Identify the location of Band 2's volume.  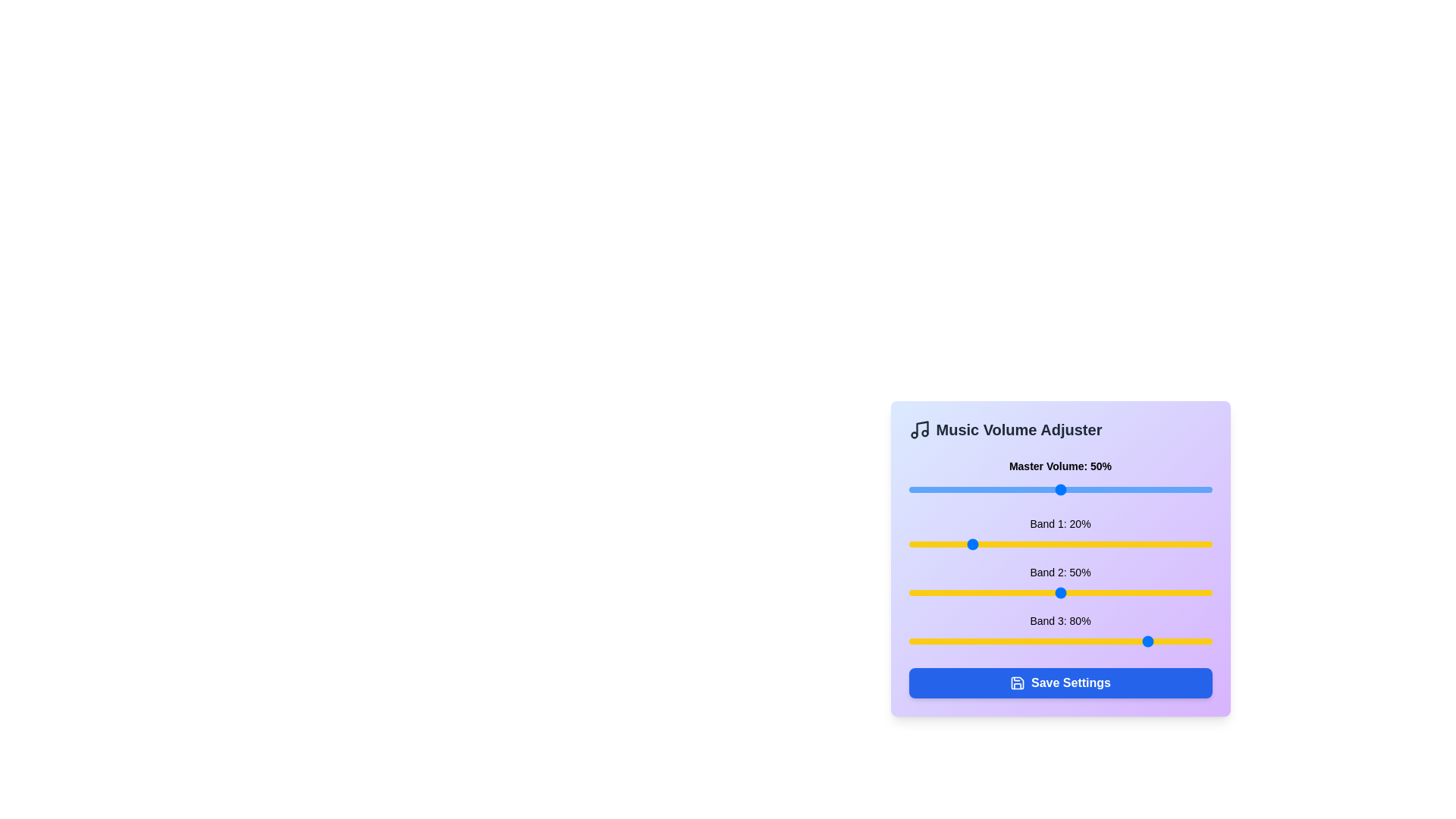
(1184, 592).